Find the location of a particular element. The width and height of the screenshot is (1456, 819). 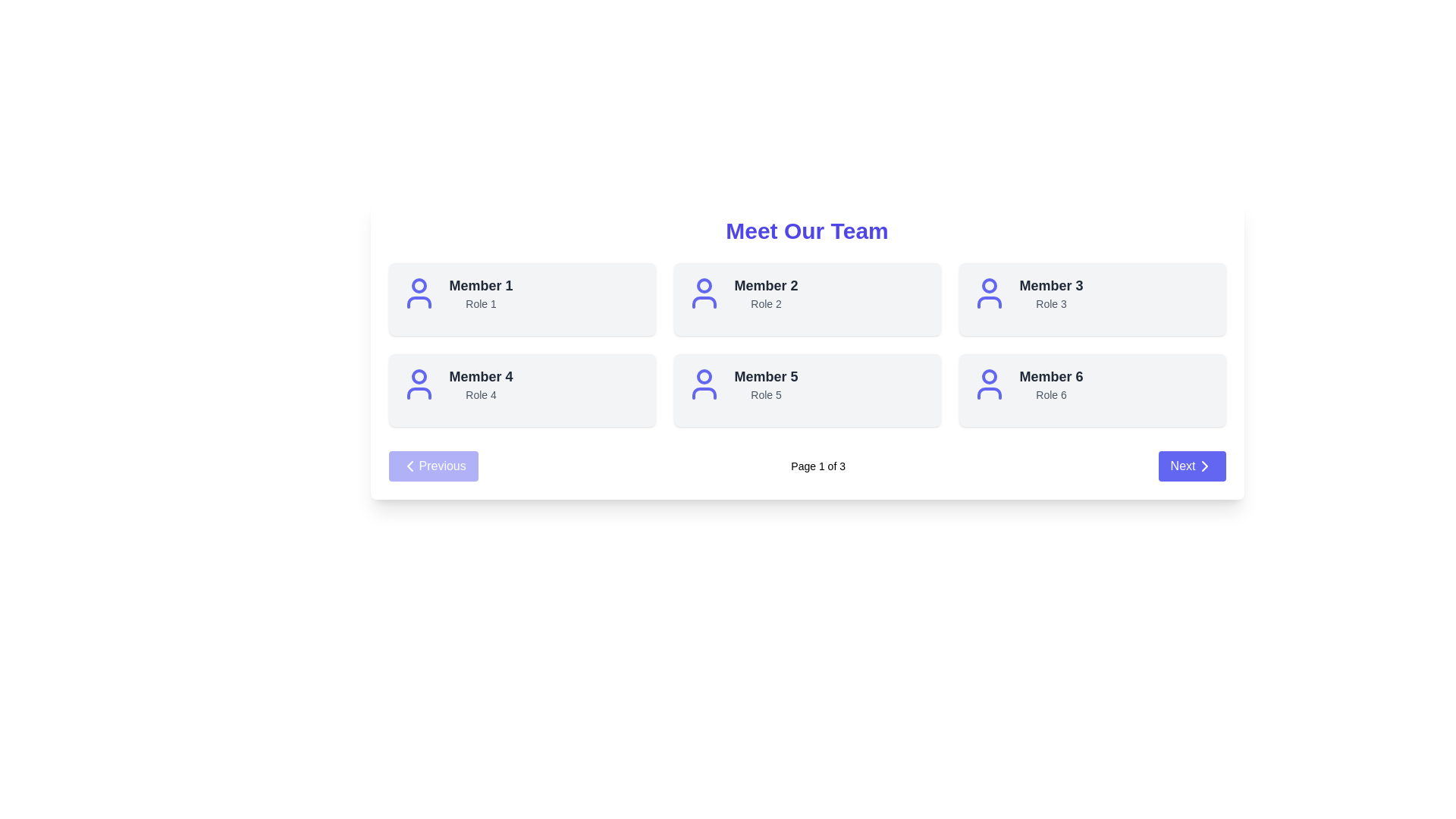

the profile head icon within the circular silhouette of 'Member 2' in the first row, second column is located at coordinates (703, 286).